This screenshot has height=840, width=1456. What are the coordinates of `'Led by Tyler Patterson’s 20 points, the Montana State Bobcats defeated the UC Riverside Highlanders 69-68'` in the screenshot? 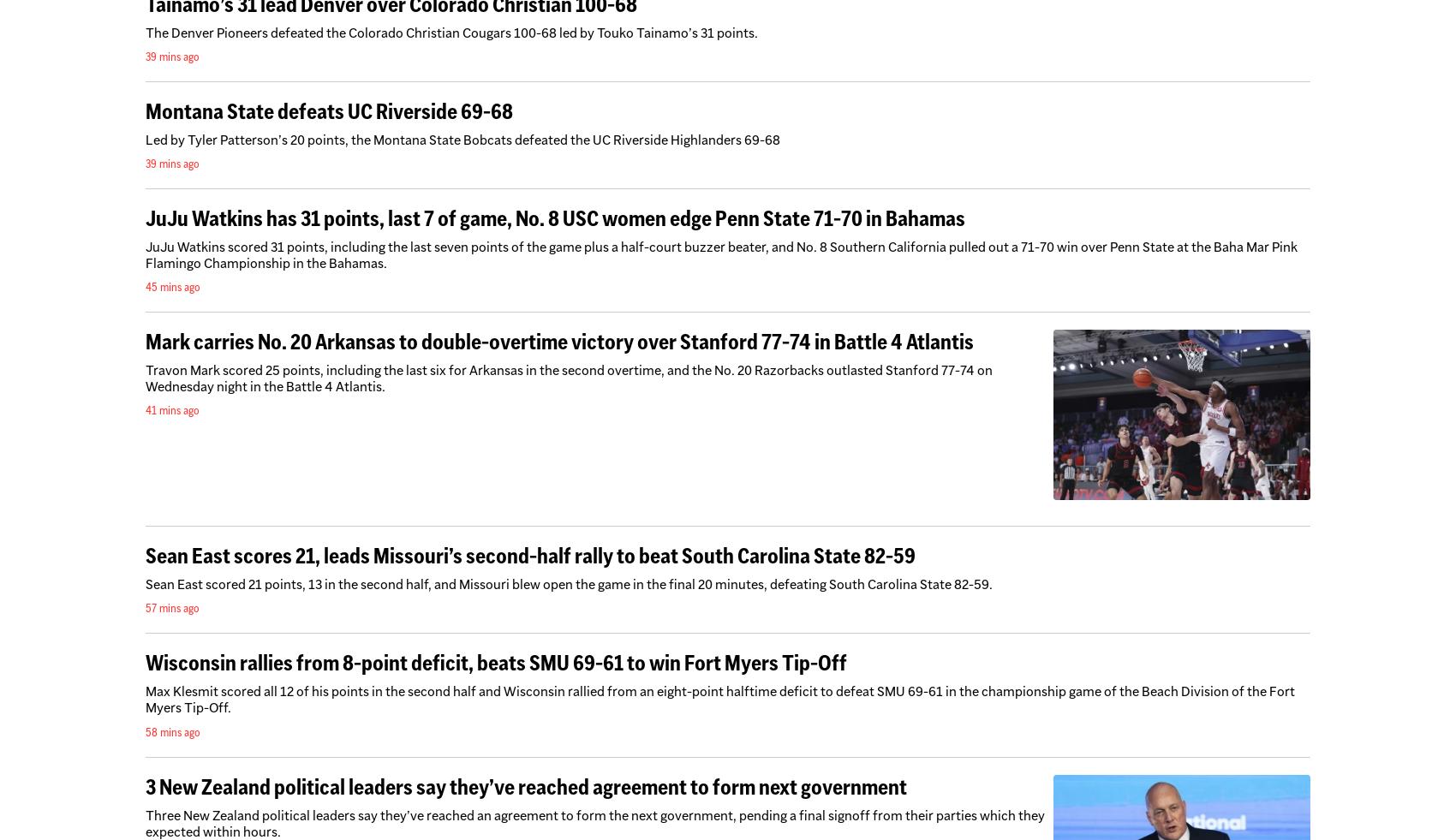 It's located at (462, 138).